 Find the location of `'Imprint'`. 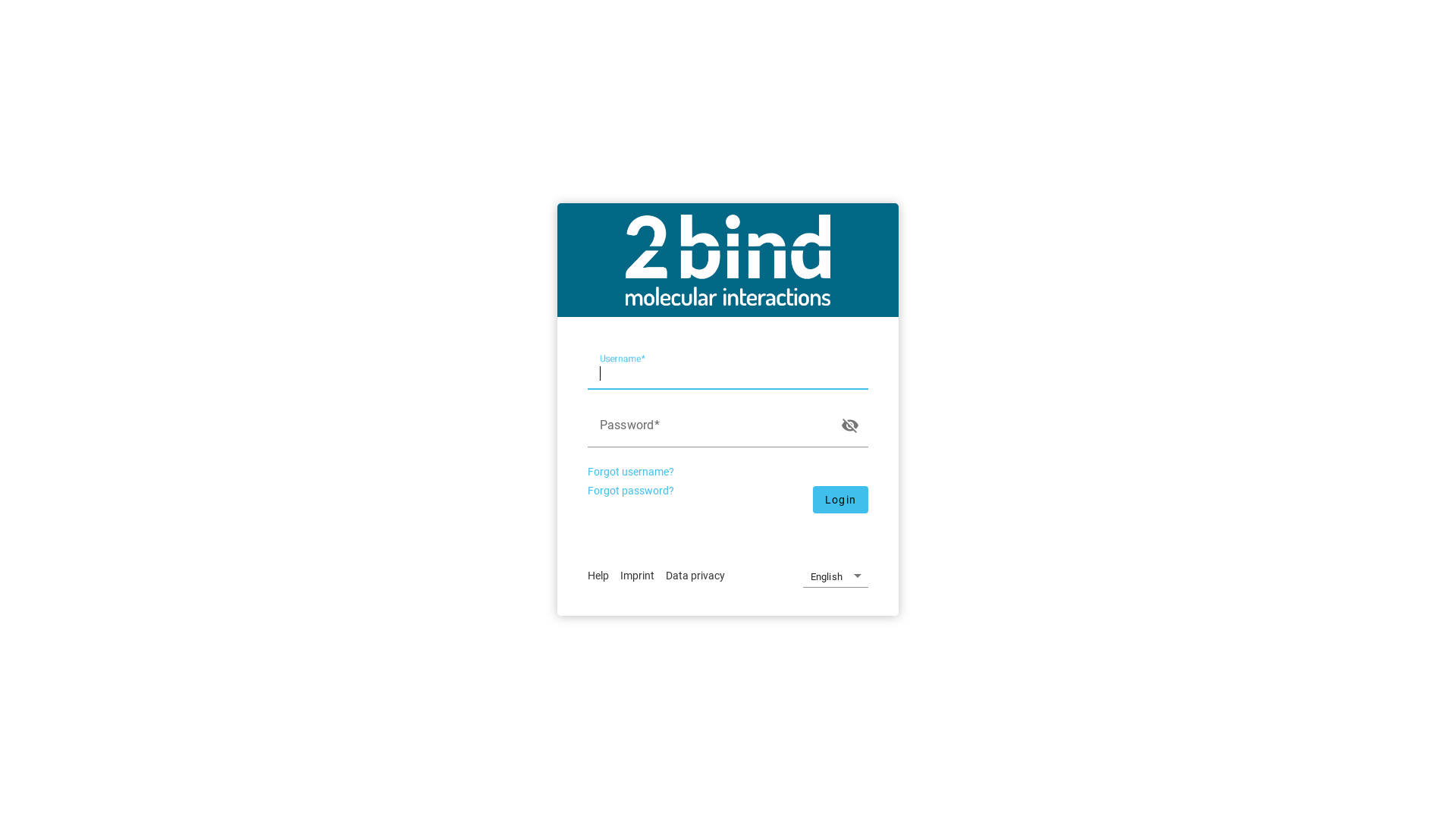

'Imprint' is located at coordinates (641, 576).